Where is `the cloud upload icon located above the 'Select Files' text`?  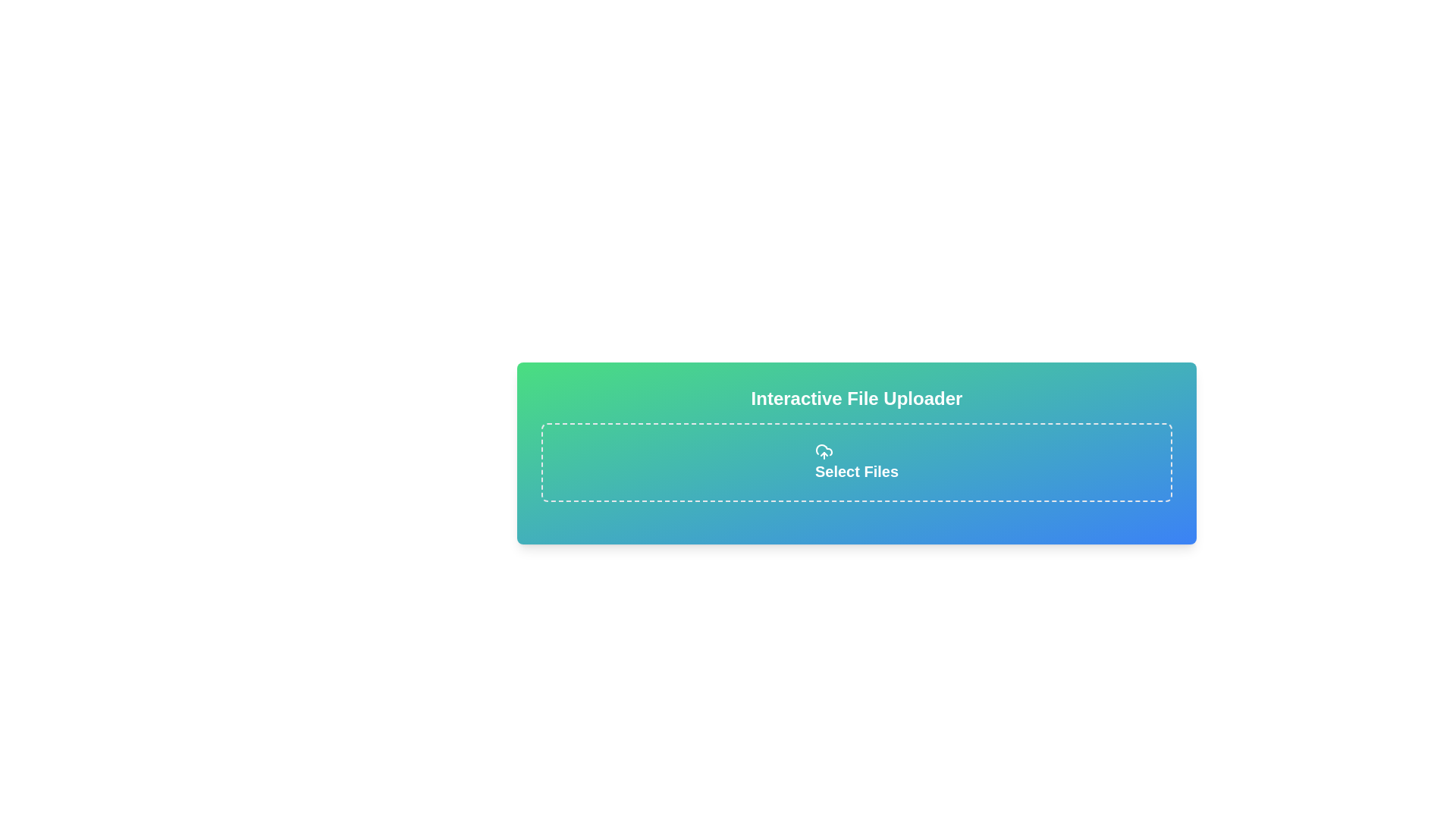 the cloud upload icon located above the 'Select Files' text is located at coordinates (823, 451).